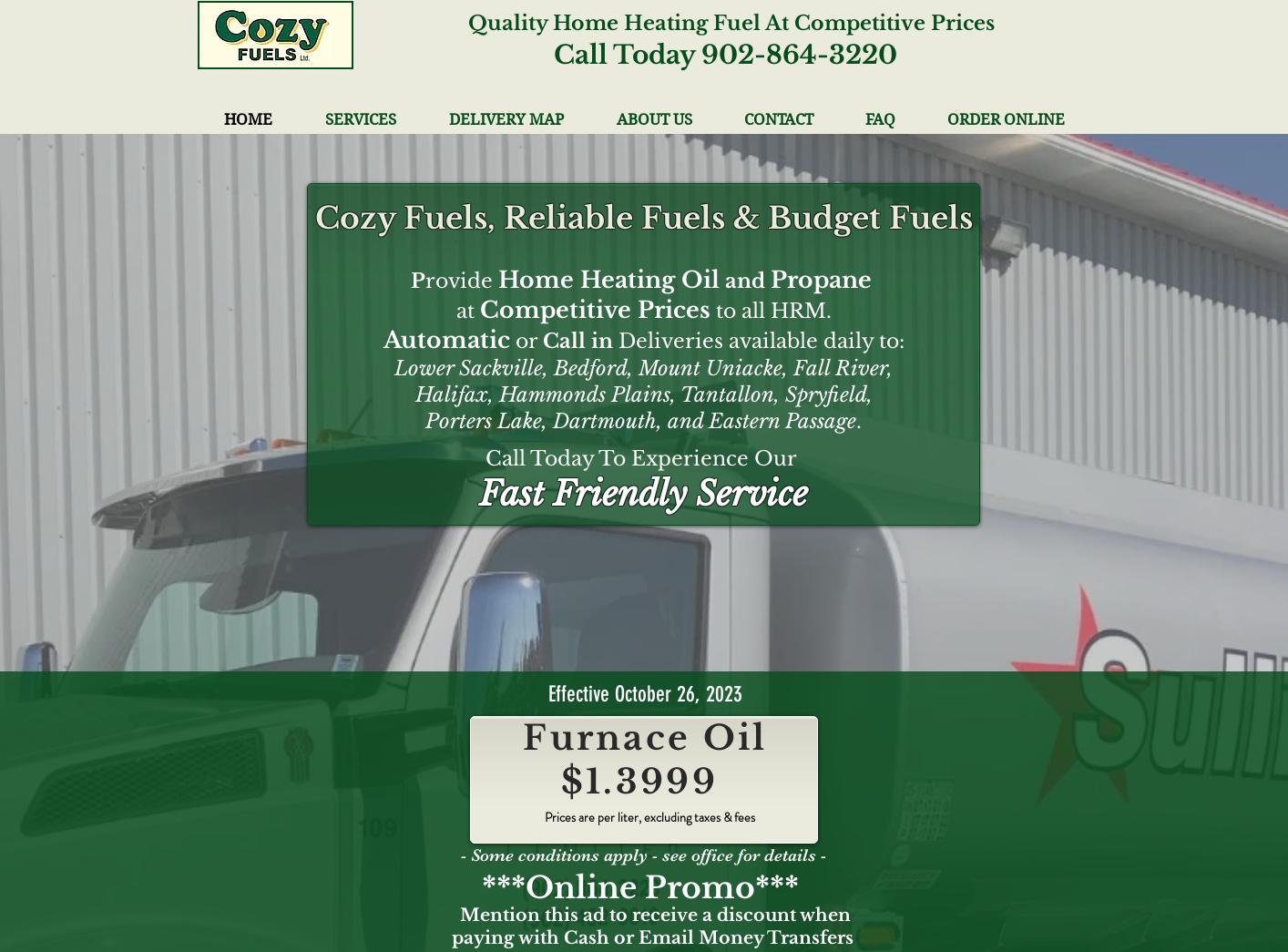 Image resolution: width=1288 pixels, height=952 pixels. What do you see at coordinates (722, 457) in the screenshot?
I see `'xperience Our'` at bounding box center [722, 457].